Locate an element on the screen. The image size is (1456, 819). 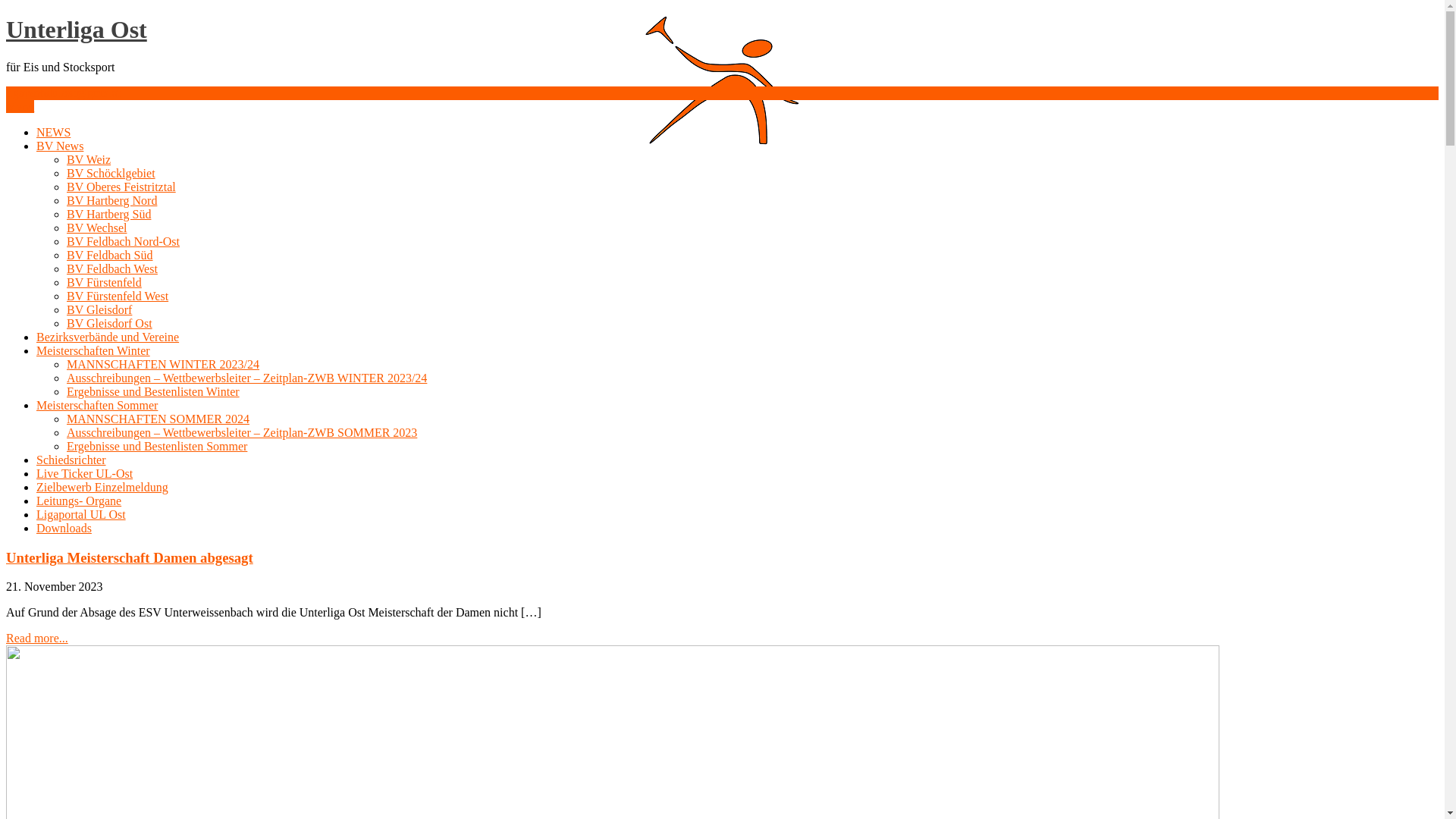
'BV Hartberg Nord' is located at coordinates (111, 199).